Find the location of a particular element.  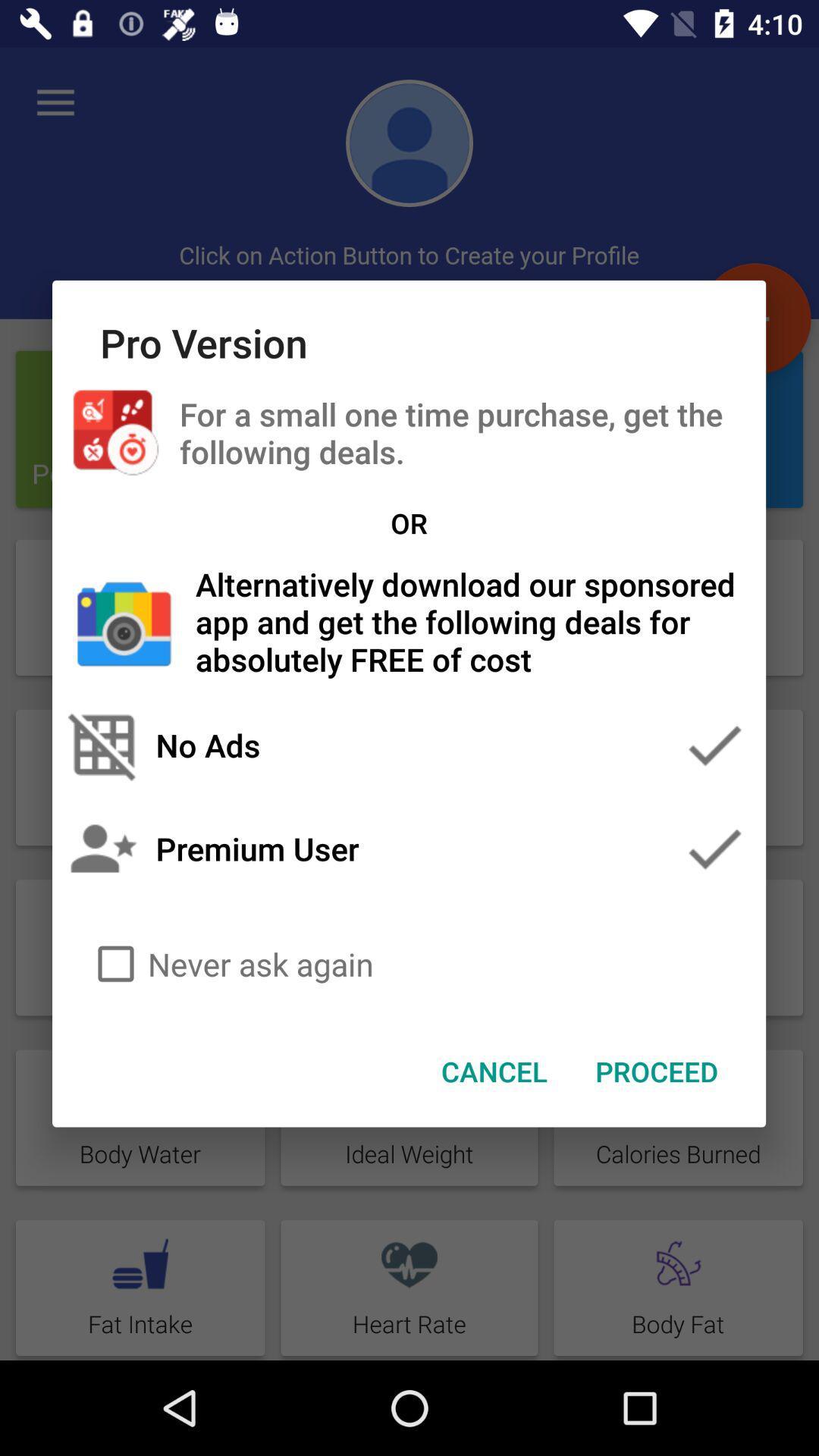

the item to the left of the proceed icon is located at coordinates (494, 1070).